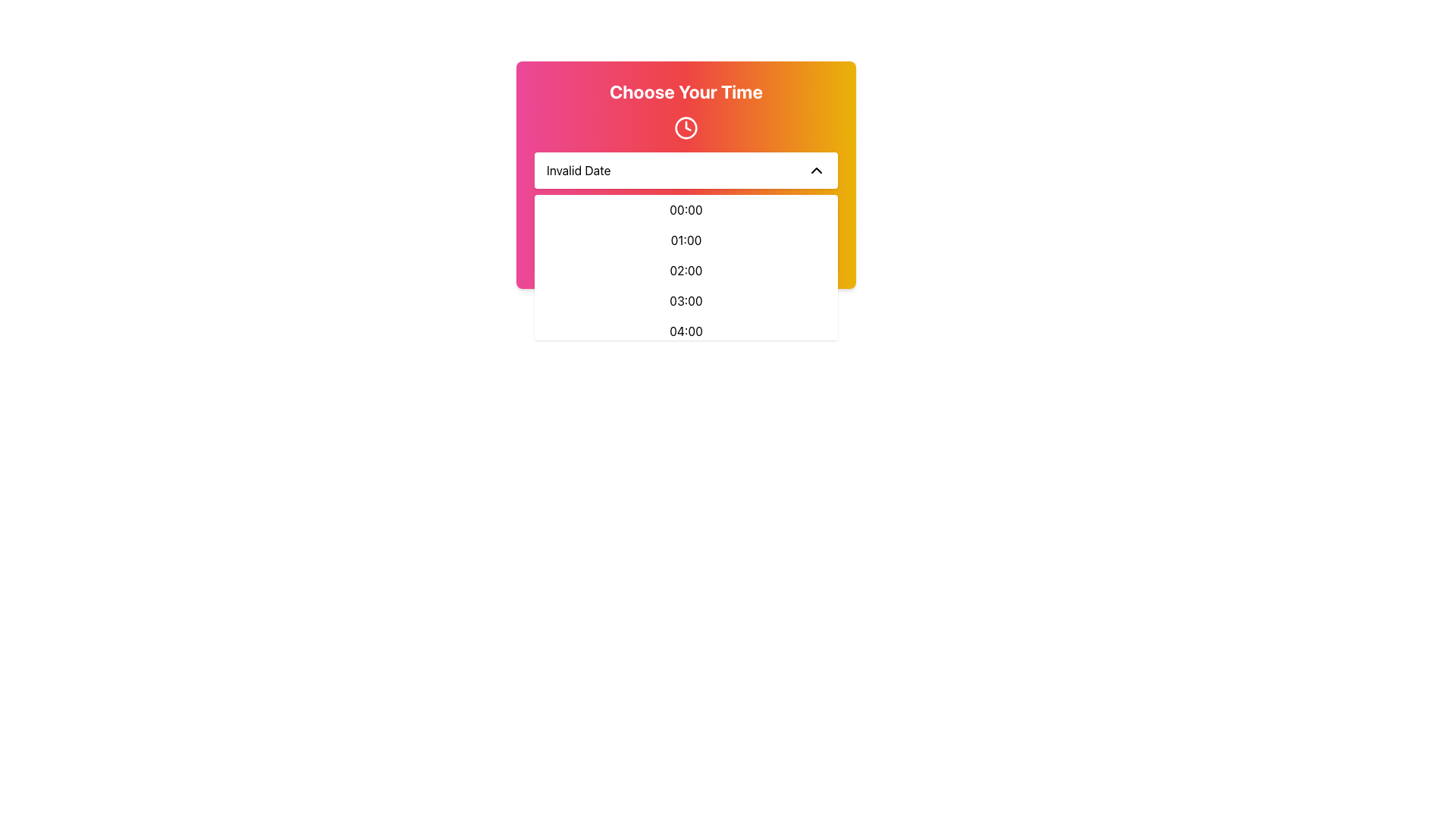 Image resolution: width=1456 pixels, height=819 pixels. Describe the element at coordinates (686, 330) in the screenshot. I see `the interactive list item displaying '04:00'` at that location.